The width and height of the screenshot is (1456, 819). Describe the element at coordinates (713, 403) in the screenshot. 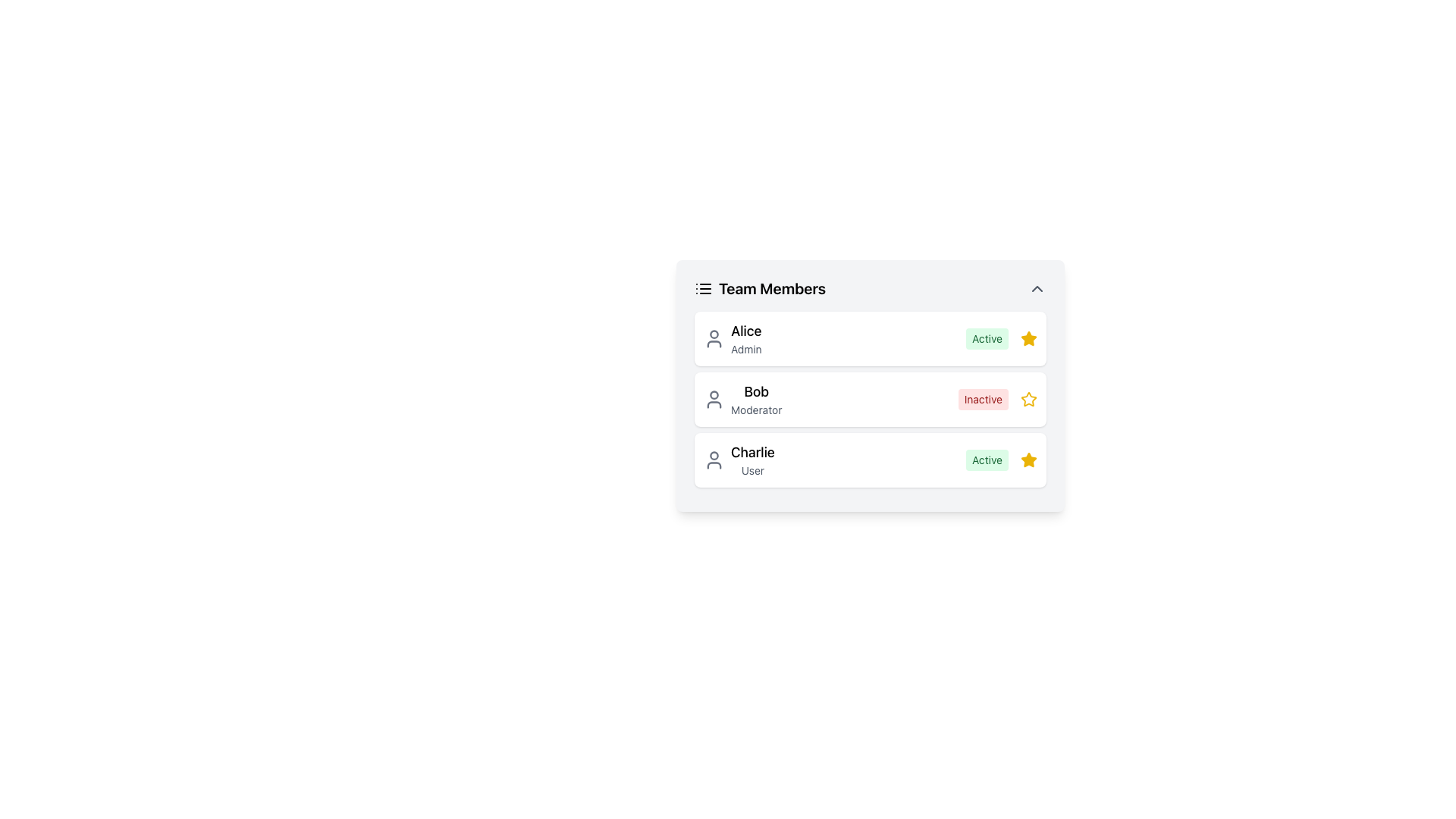

I see `the lower part of the user profile SVG icon representing the torso, located next to 'Bob' in the second row of the 'Team Members' list, directly to the left of the 'Moderator' label` at that location.